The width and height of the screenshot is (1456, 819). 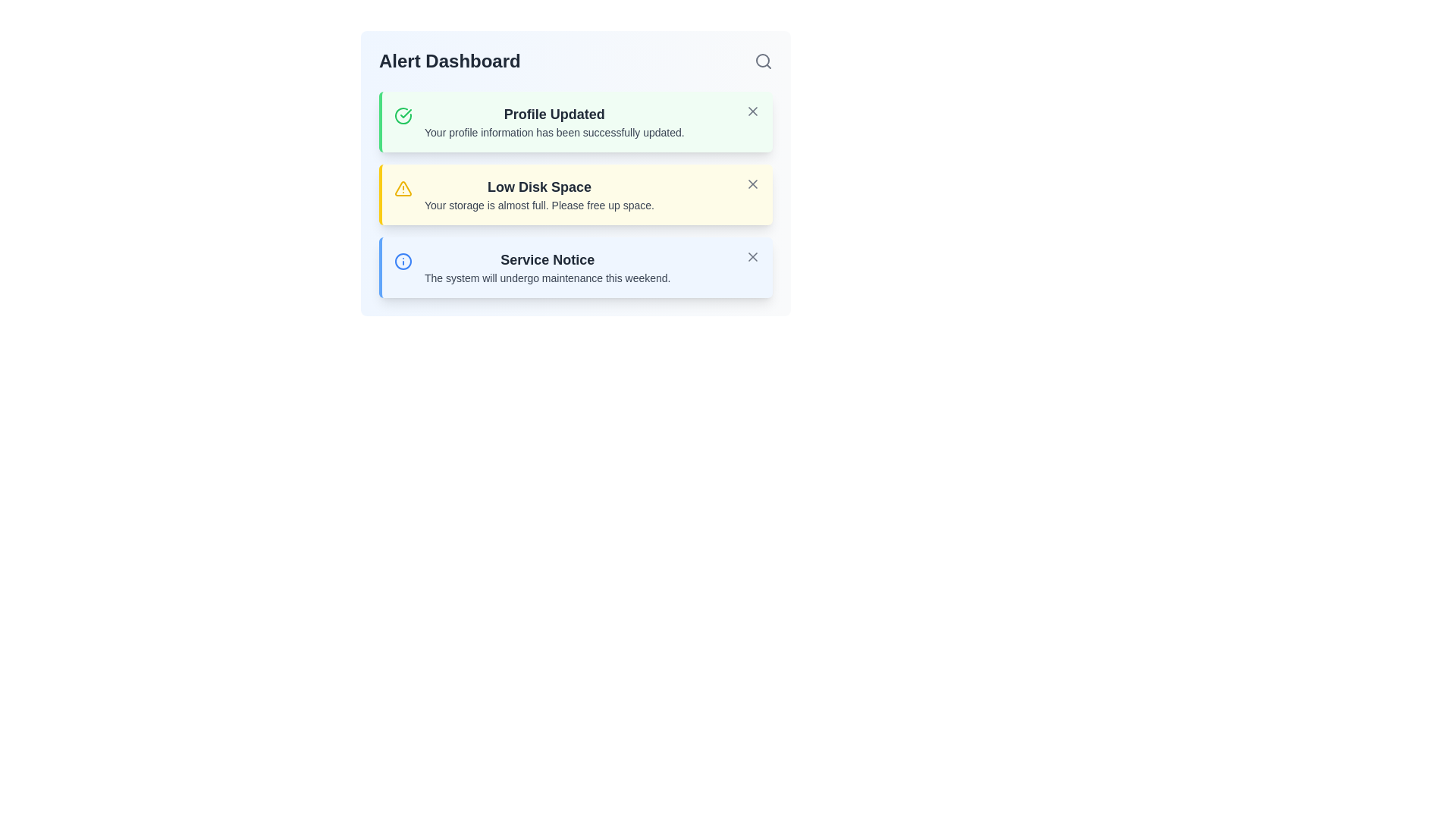 I want to click on the close button icon associated with the second alert box labeled 'Low Disk Space', so click(x=753, y=184).